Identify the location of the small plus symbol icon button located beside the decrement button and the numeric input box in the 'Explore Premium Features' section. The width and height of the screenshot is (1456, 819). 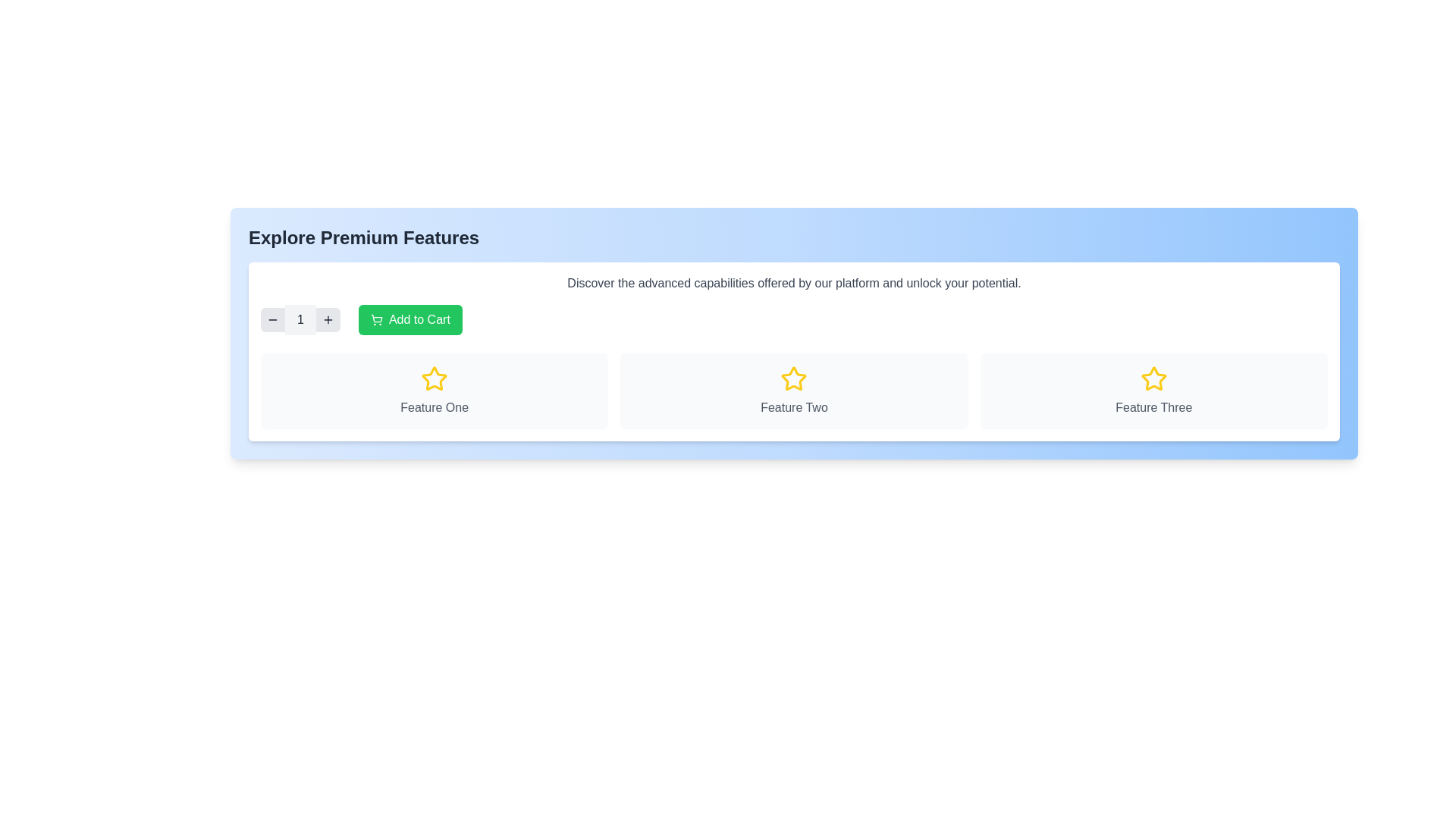
(327, 318).